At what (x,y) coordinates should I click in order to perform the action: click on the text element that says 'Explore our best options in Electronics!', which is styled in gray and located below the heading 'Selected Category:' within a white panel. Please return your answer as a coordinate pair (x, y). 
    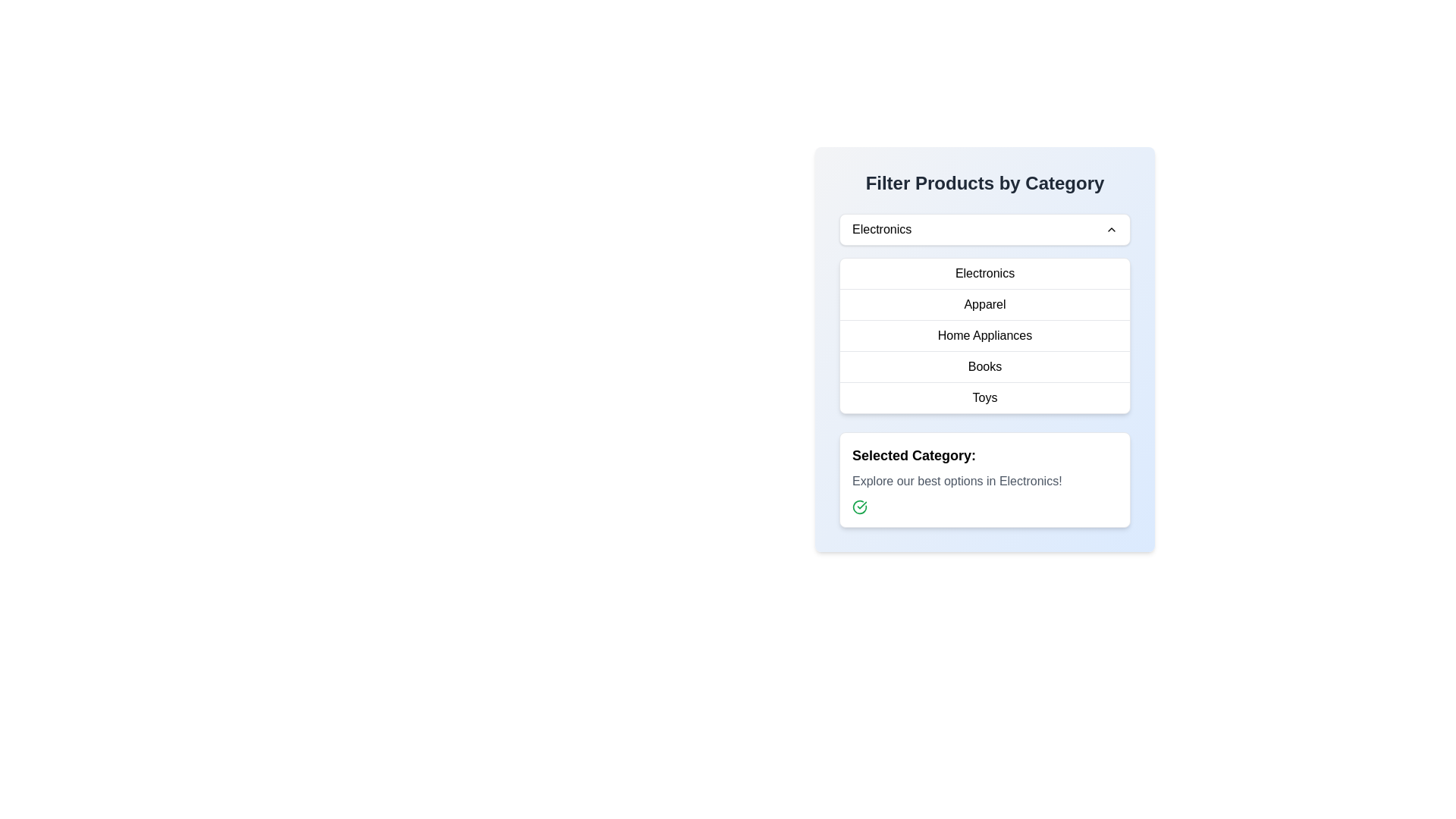
    Looking at the image, I should click on (985, 482).